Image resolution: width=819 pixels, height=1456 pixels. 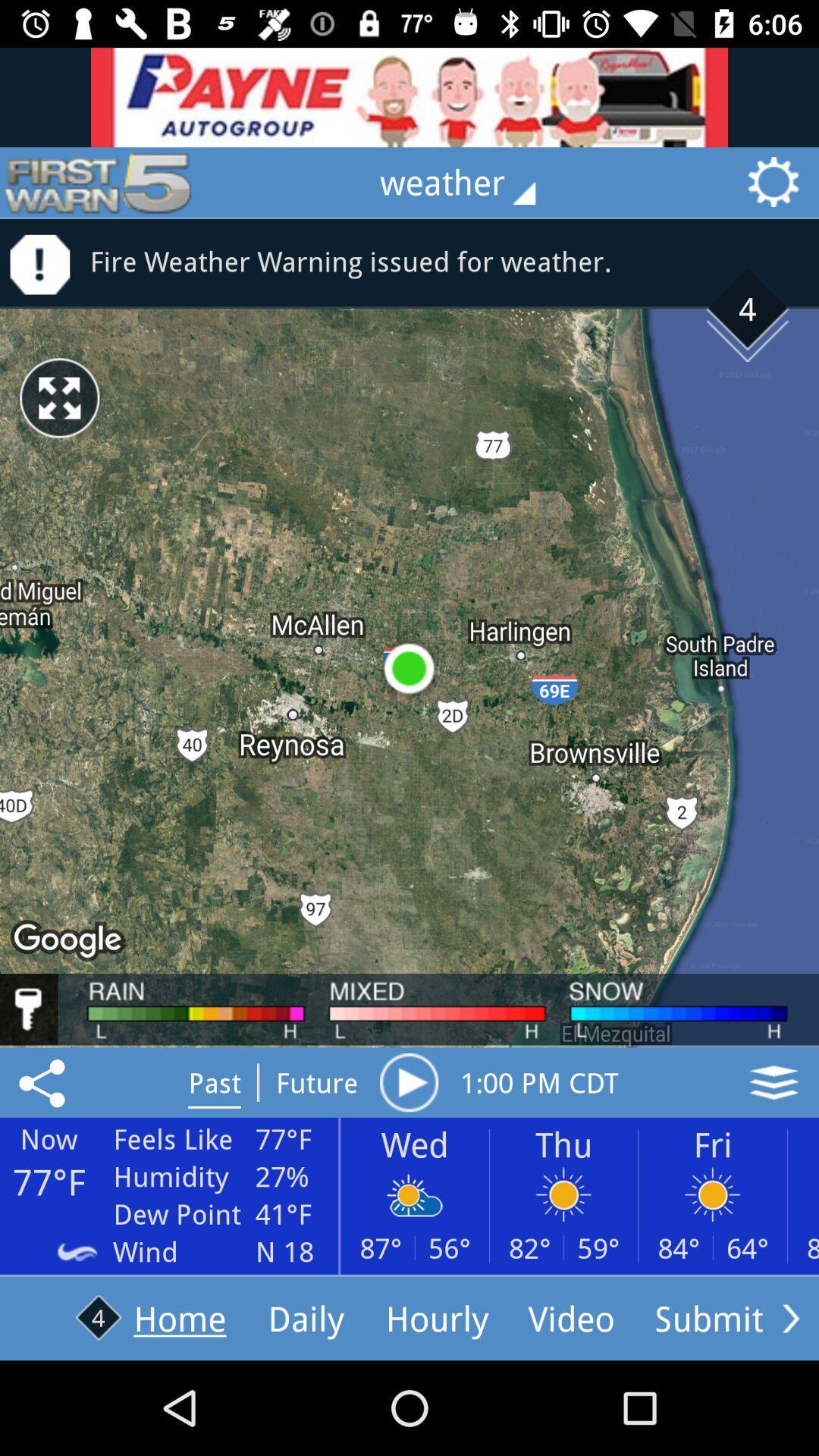 What do you see at coordinates (44, 1081) in the screenshot?
I see `share location` at bounding box center [44, 1081].